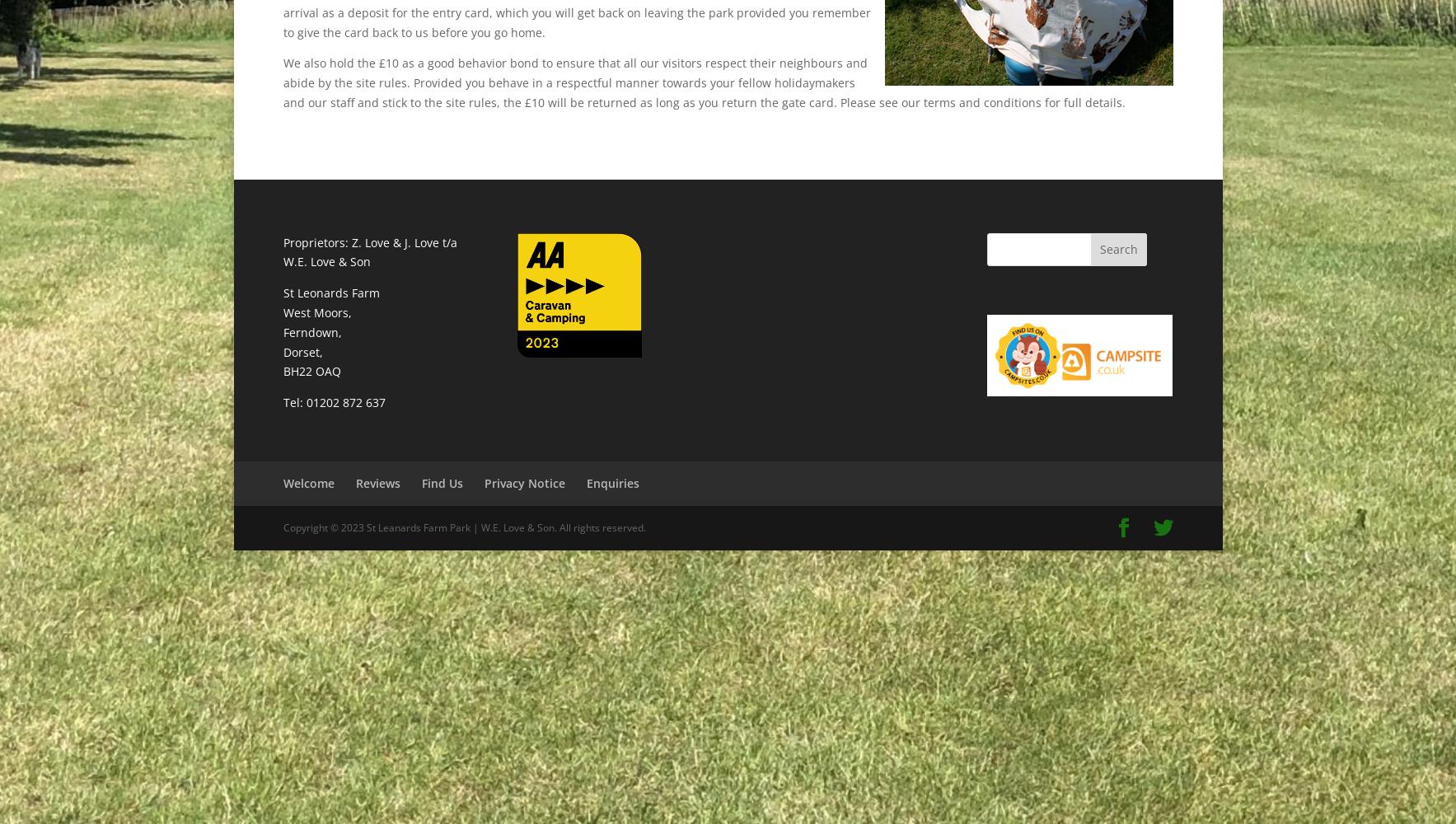 This screenshot has width=1456, height=824. I want to click on 'Proprietors: Z. Love & J. Love t/a W.E. Love & Son', so click(369, 251).